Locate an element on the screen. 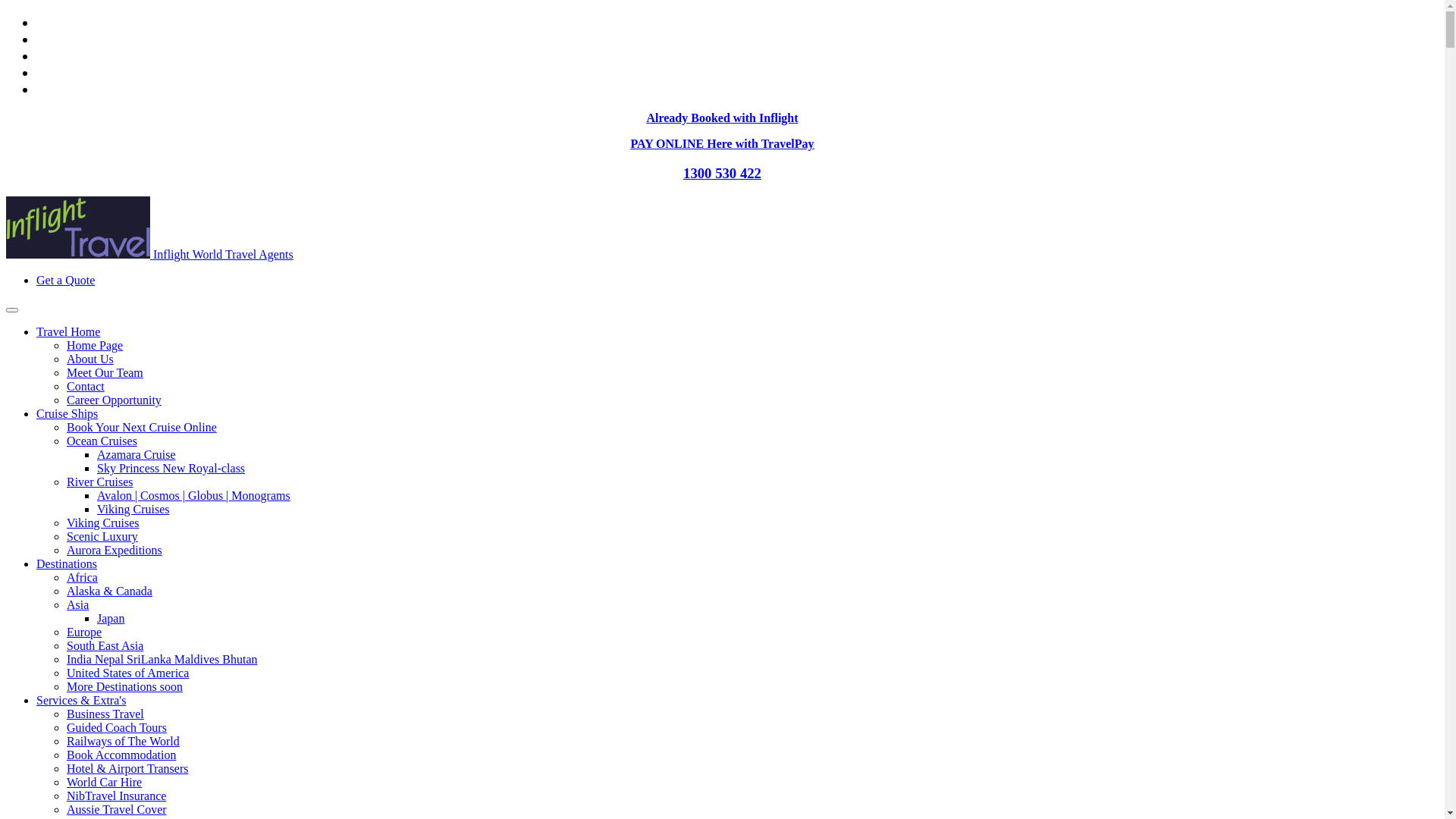  'Sky Princess New Royal-class' is located at coordinates (171, 467).